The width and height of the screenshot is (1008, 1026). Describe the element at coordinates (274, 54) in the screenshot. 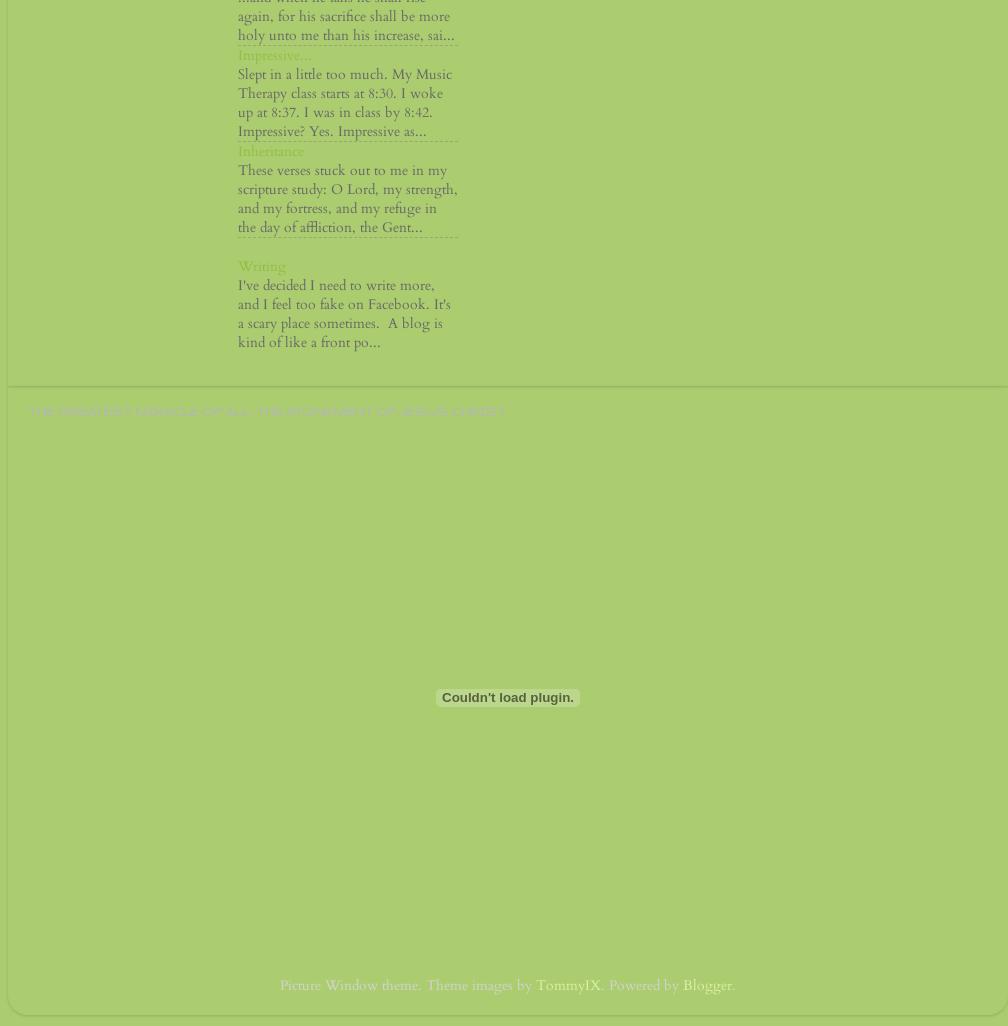

I see `'Impressive...'` at that location.